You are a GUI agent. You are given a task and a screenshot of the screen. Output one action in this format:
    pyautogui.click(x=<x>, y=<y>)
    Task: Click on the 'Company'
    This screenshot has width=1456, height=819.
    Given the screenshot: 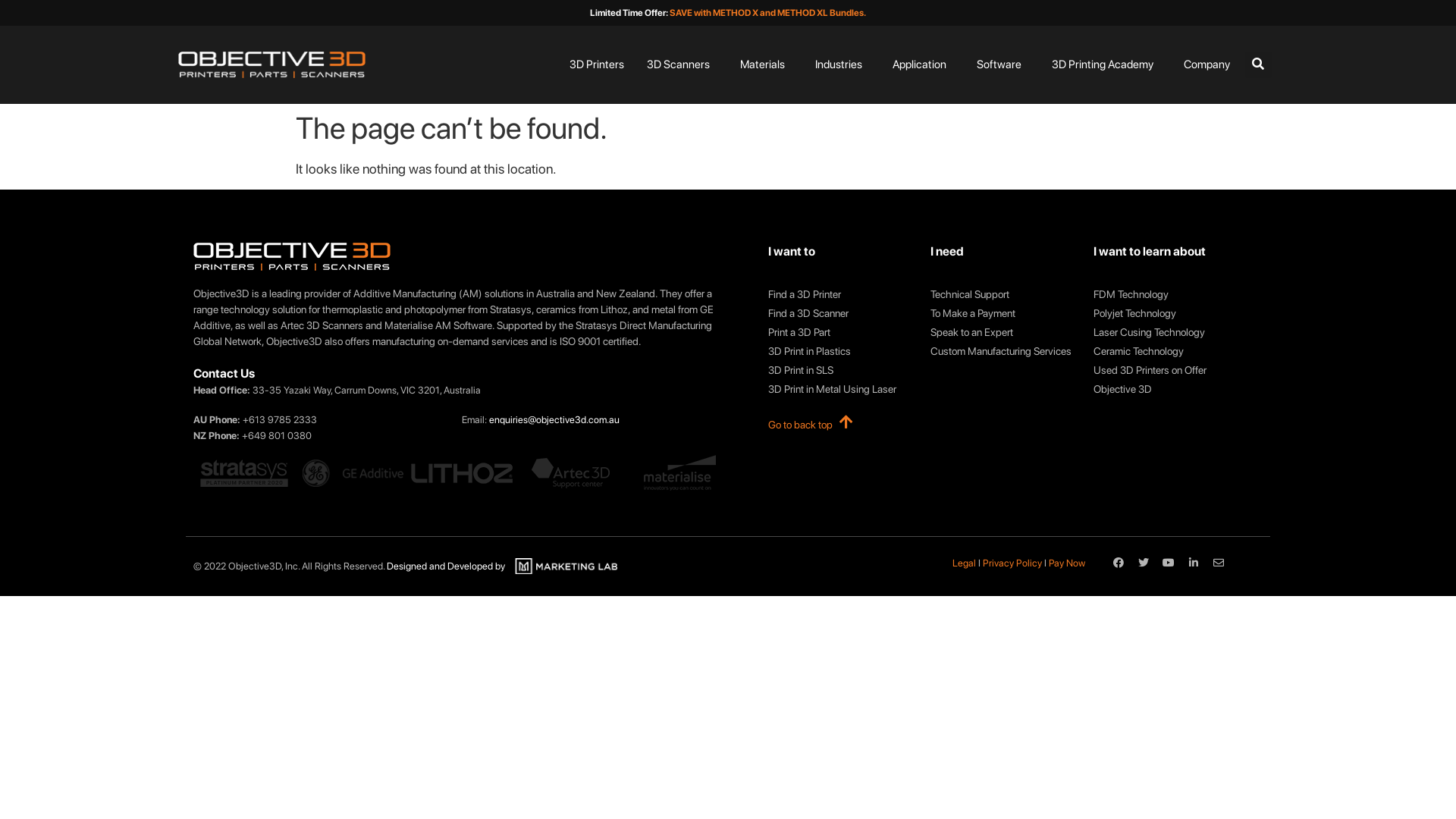 What is the action you would take?
    pyautogui.click(x=1175, y=64)
    